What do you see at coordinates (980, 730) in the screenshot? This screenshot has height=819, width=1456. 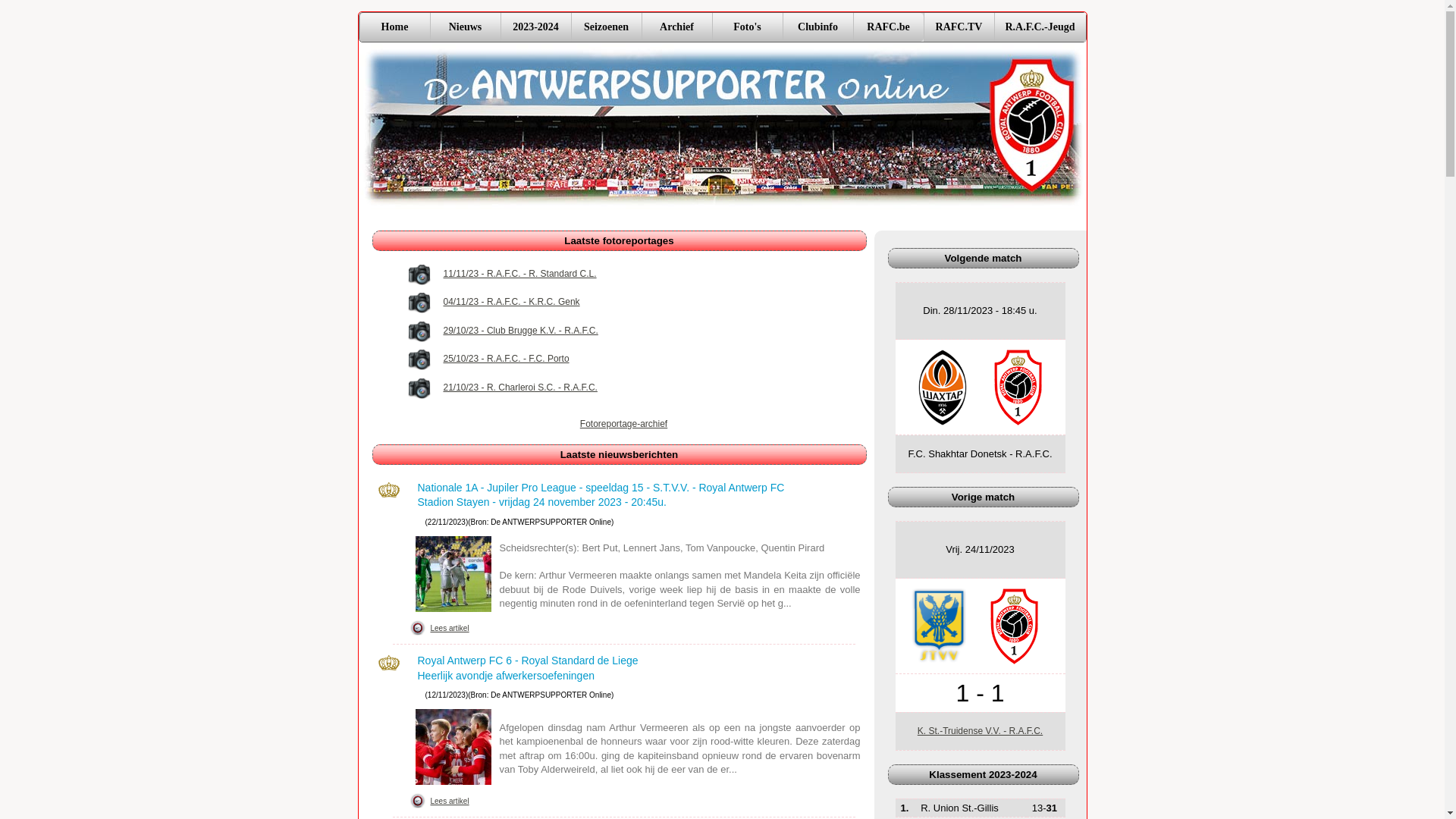 I see `'K. St.-Truidense V.V. - R.A.F.C.'` at bounding box center [980, 730].